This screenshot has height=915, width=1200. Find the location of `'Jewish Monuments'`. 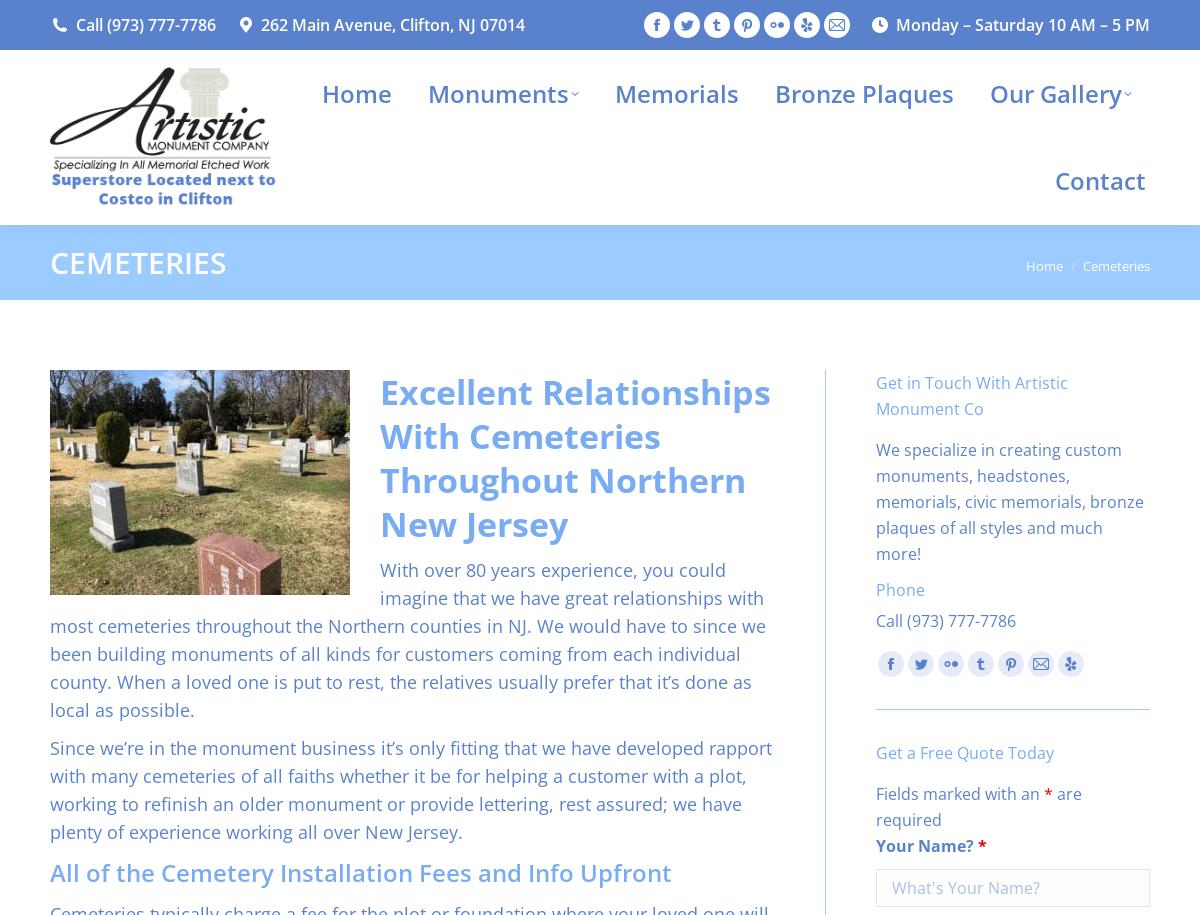

'Jewish Monuments' is located at coordinates (530, 216).